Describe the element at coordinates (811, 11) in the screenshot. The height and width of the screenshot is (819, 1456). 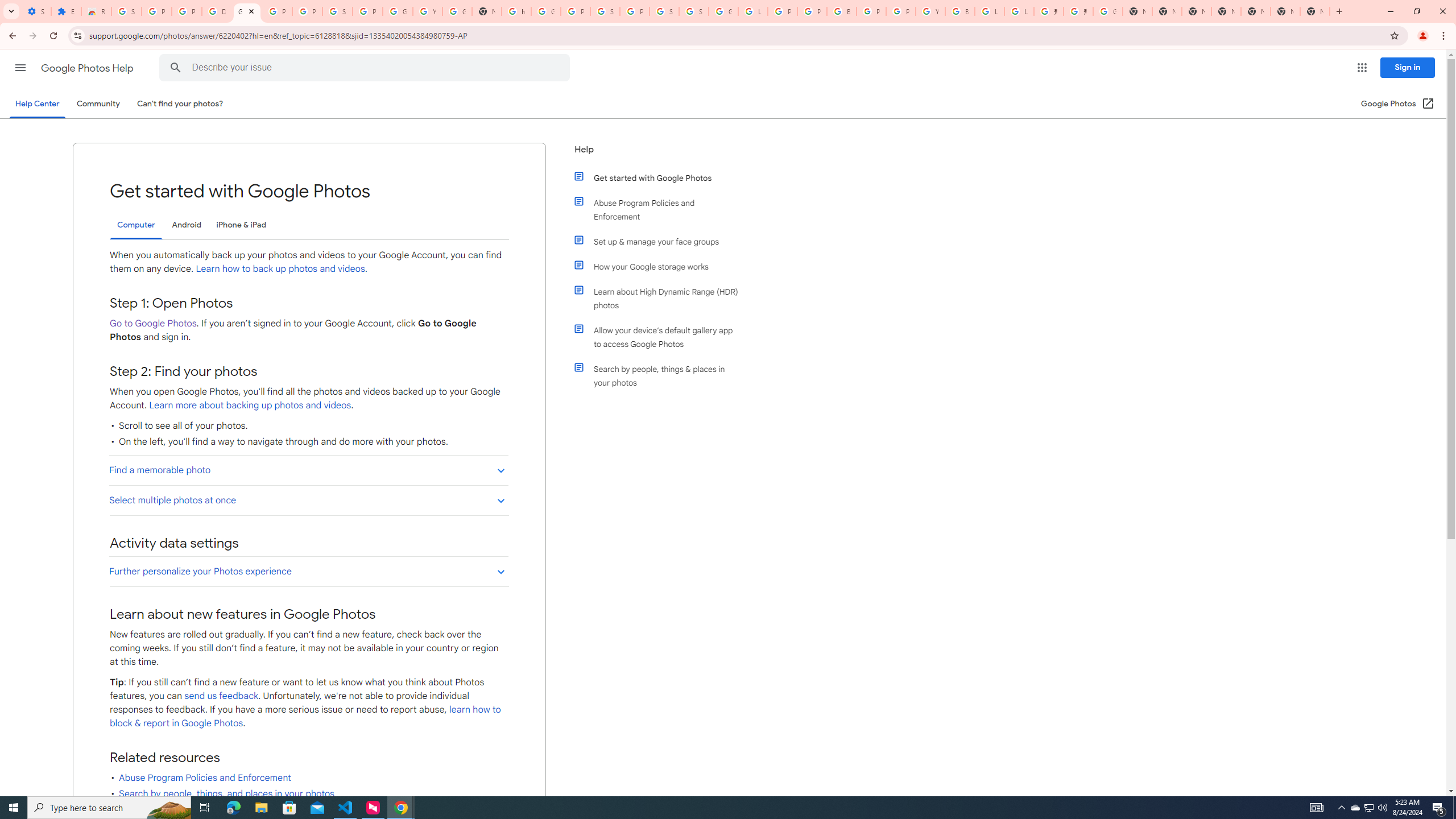
I see `'Privacy Help Center - Policies Help'` at that location.